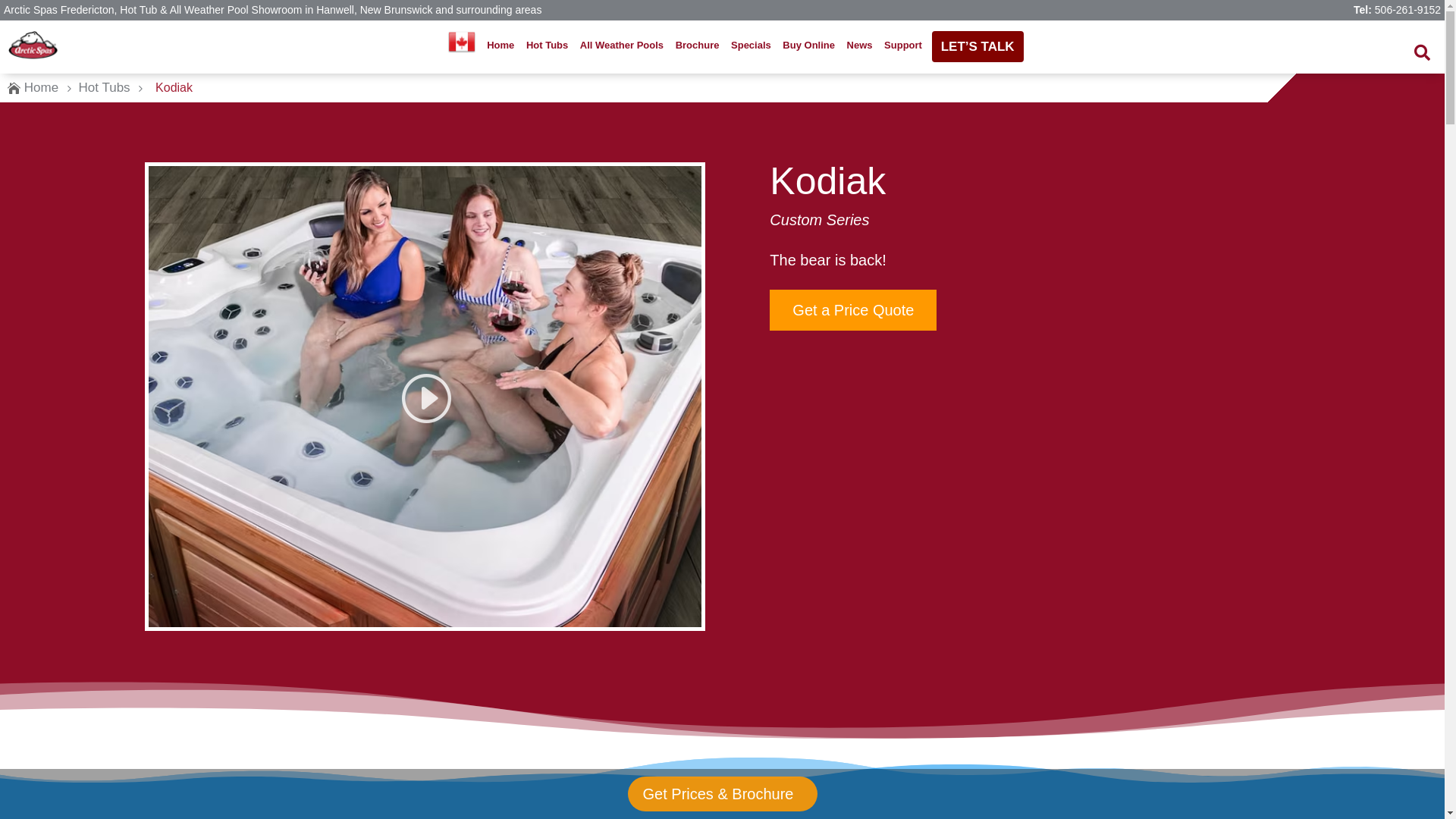  Describe the element at coordinates (500, 44) in the screenshot. I see `'Home'` at that location.